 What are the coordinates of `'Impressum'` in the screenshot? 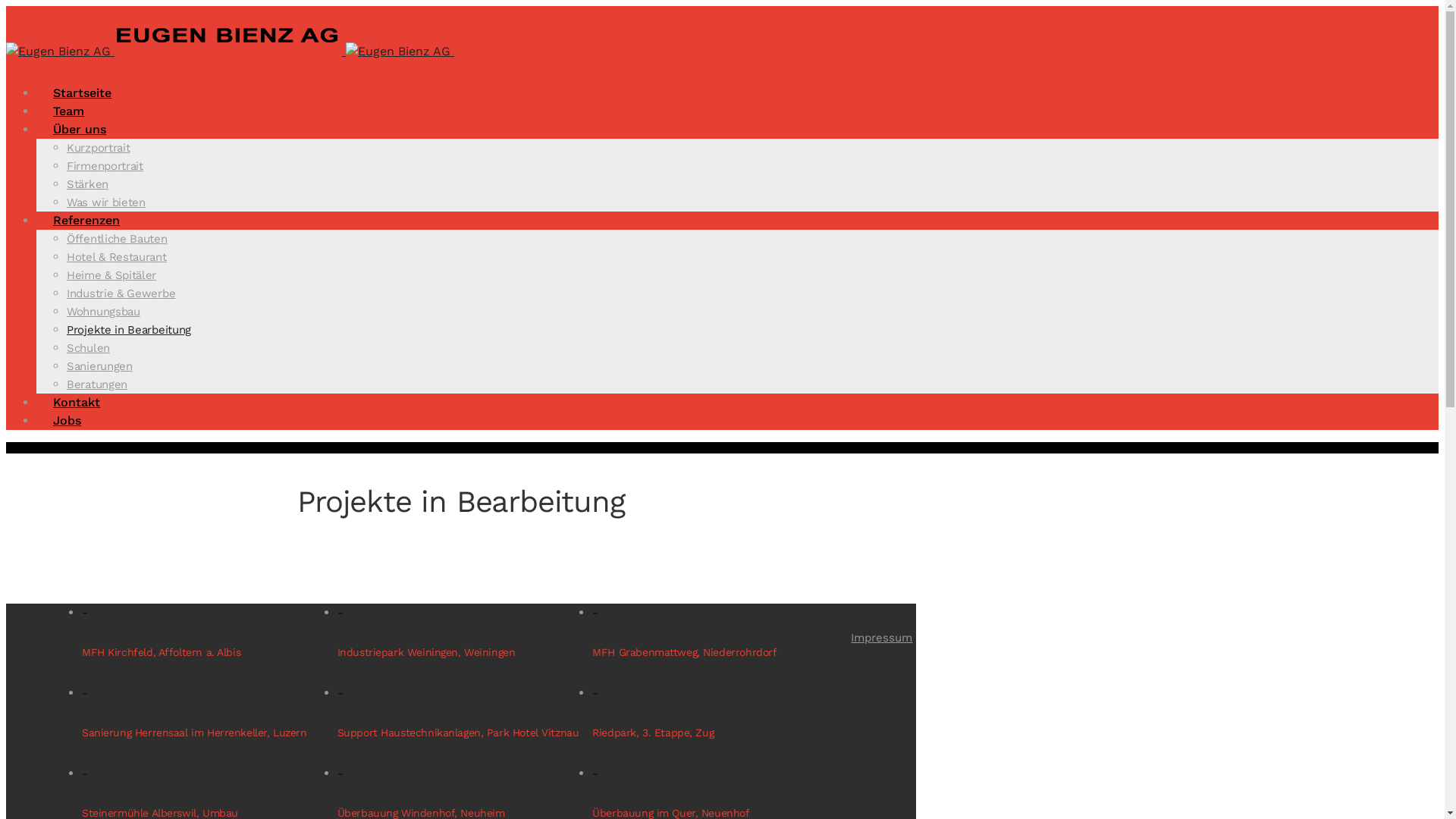 It's located at (881, 637).